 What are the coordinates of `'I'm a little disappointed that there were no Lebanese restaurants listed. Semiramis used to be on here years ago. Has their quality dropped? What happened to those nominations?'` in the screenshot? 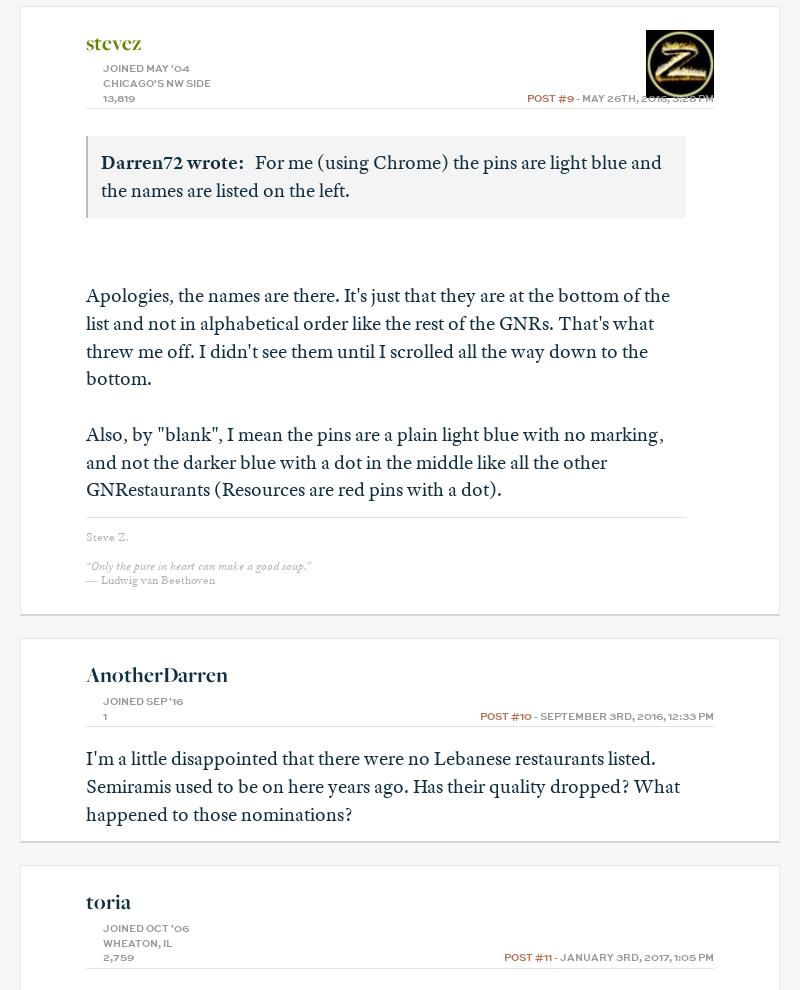 It's located at (382, 785).